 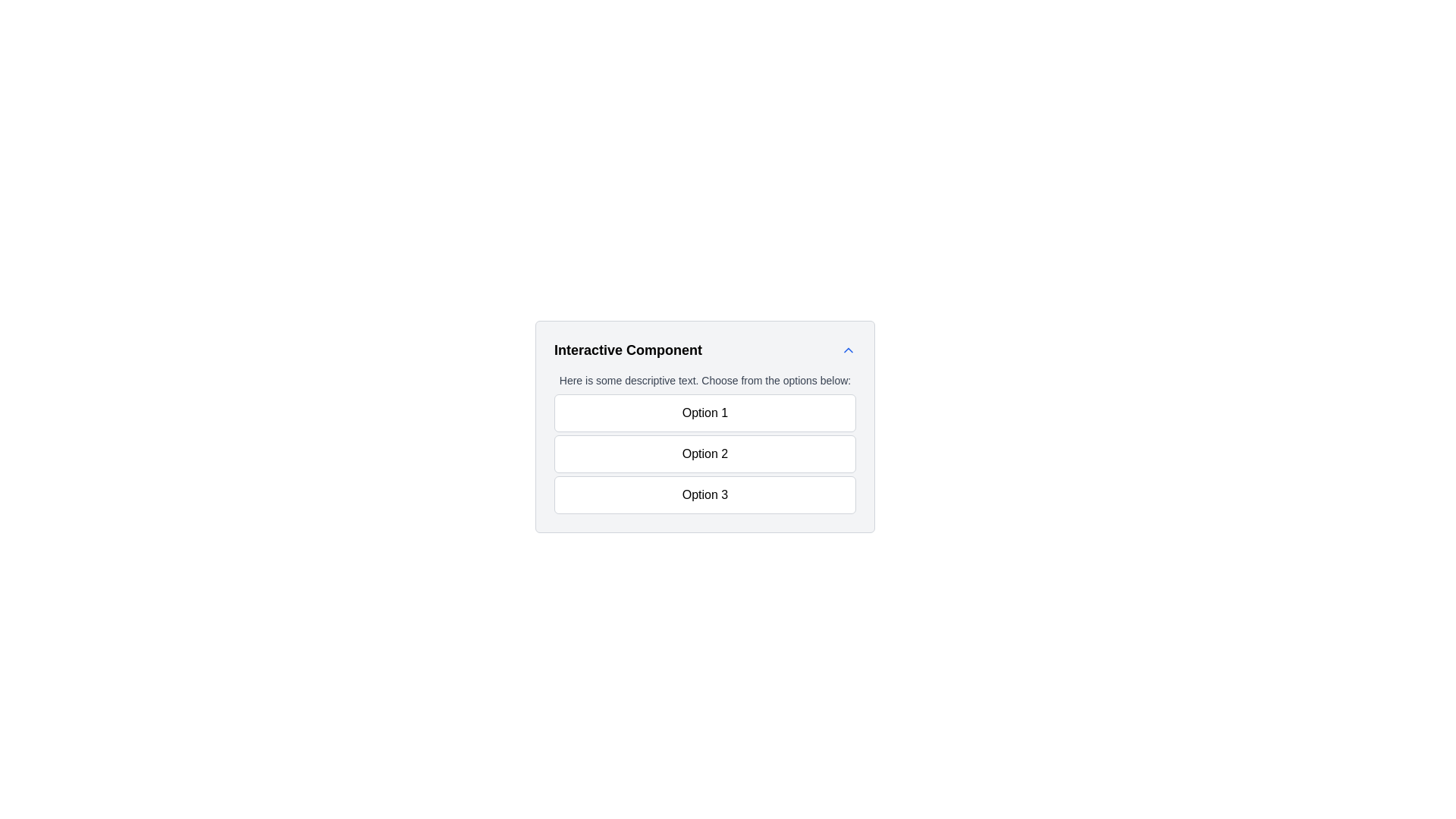 I want to click on the 'Option 2' button, which is the second button in a vertical stack of three buttons, so click(x=704, y=453).